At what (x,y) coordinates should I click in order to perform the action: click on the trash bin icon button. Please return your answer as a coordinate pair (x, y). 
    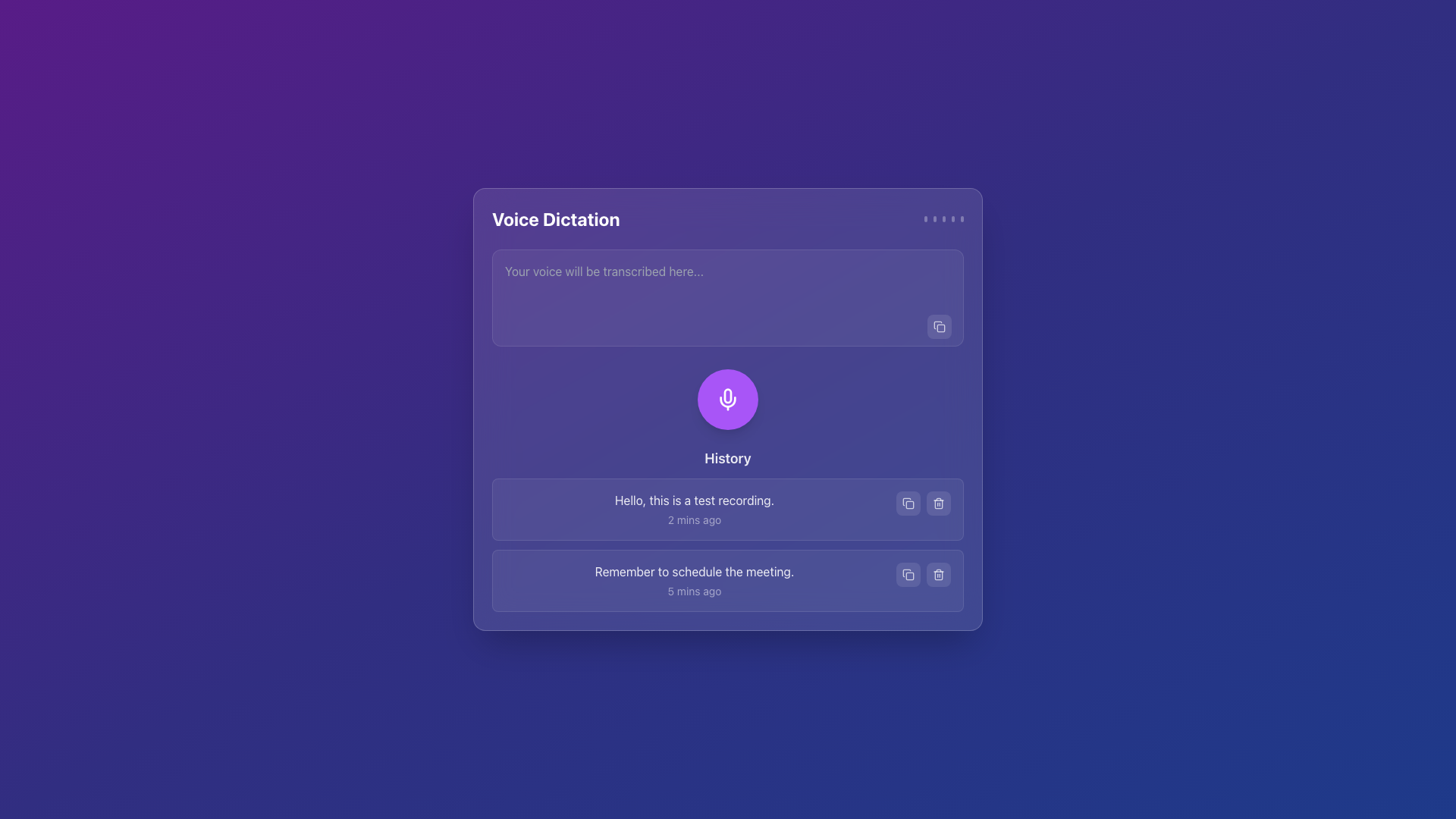
    Looking at the image, I should click on (938, 503).